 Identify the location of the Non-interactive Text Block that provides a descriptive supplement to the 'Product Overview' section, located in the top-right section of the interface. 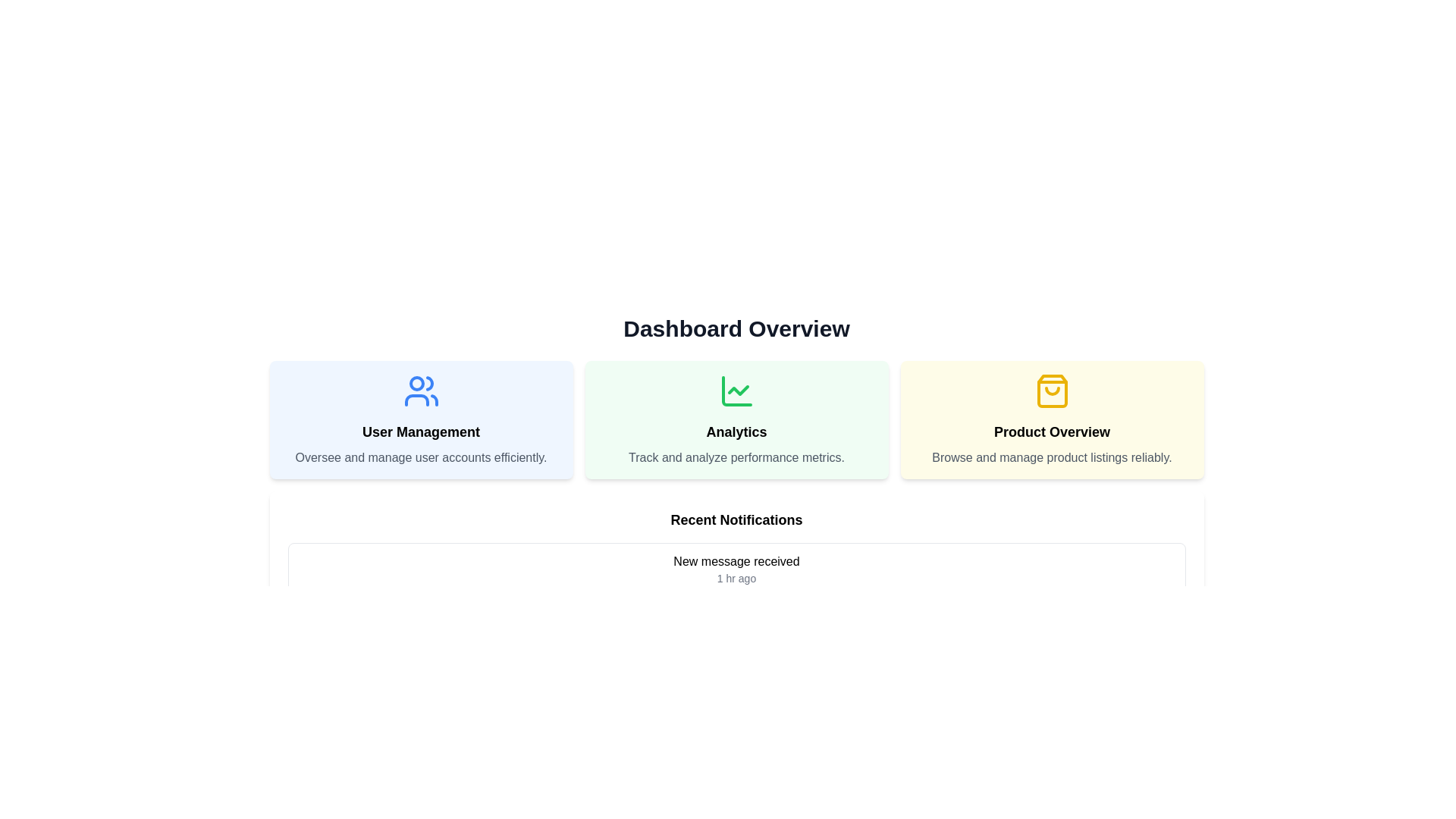
(1051, 457).